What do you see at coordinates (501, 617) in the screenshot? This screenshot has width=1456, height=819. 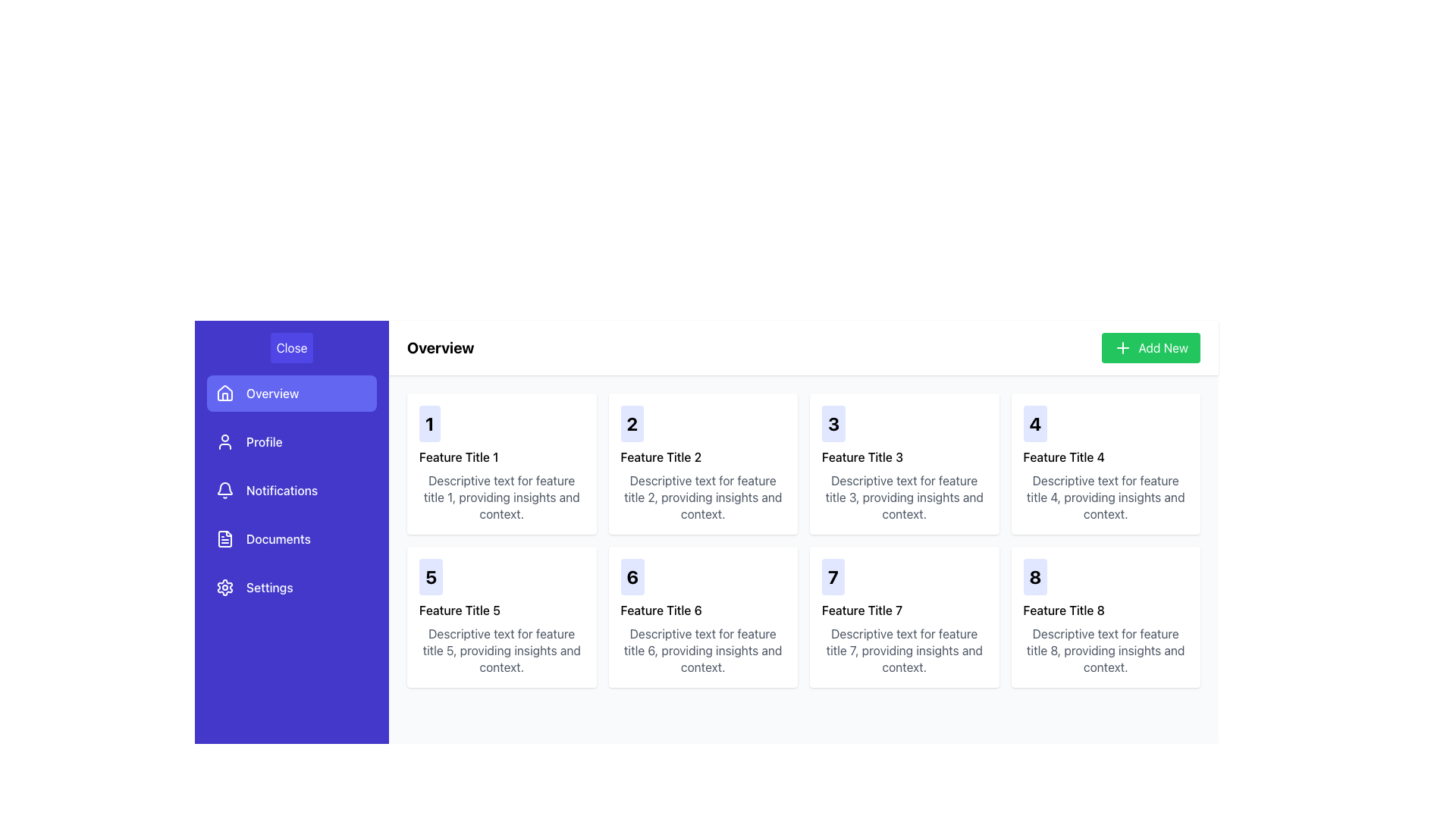 I see `the Informational card displaying 'Feature Title 5', which is the first card in the second row of the grid layout` at bounding box center [501, 617].